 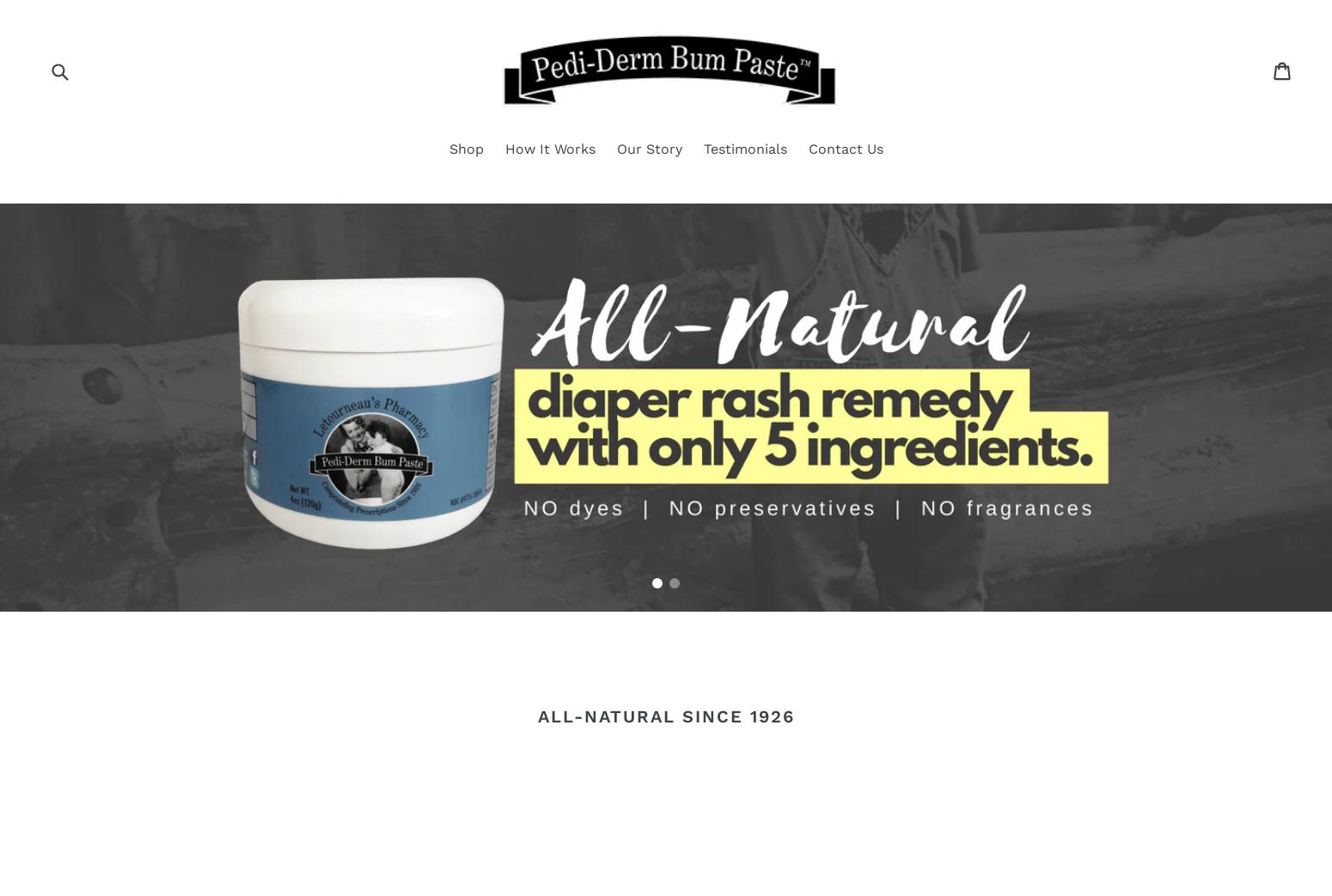 I want to click on 'Our Story', so click(x=649, y=147).